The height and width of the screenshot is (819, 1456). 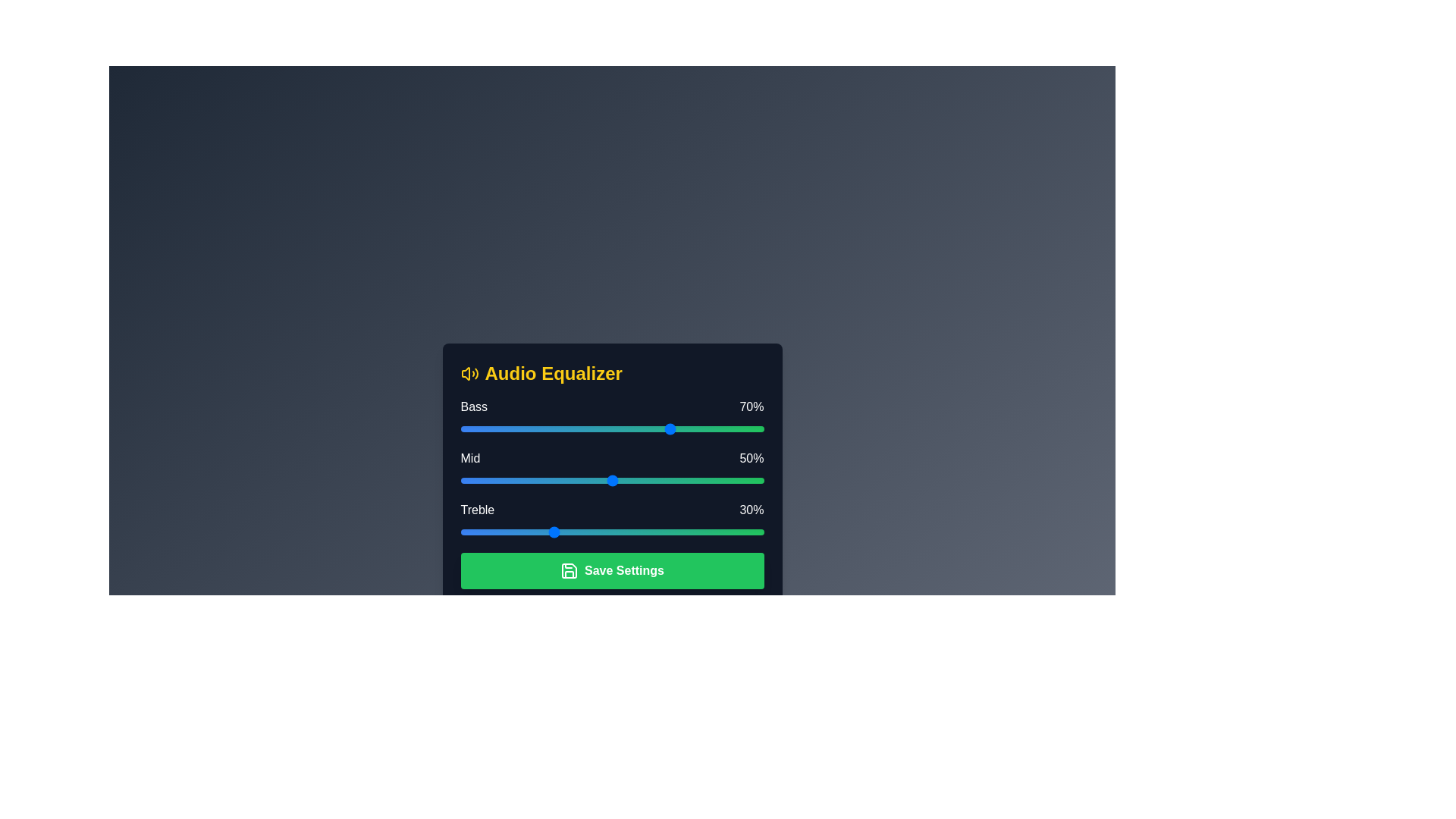 What do you see at coordinates (636, 429) in the screenshot?
I see `the 0 slider to 58% and observe the visual feedback` at bounding box center [636, 429].